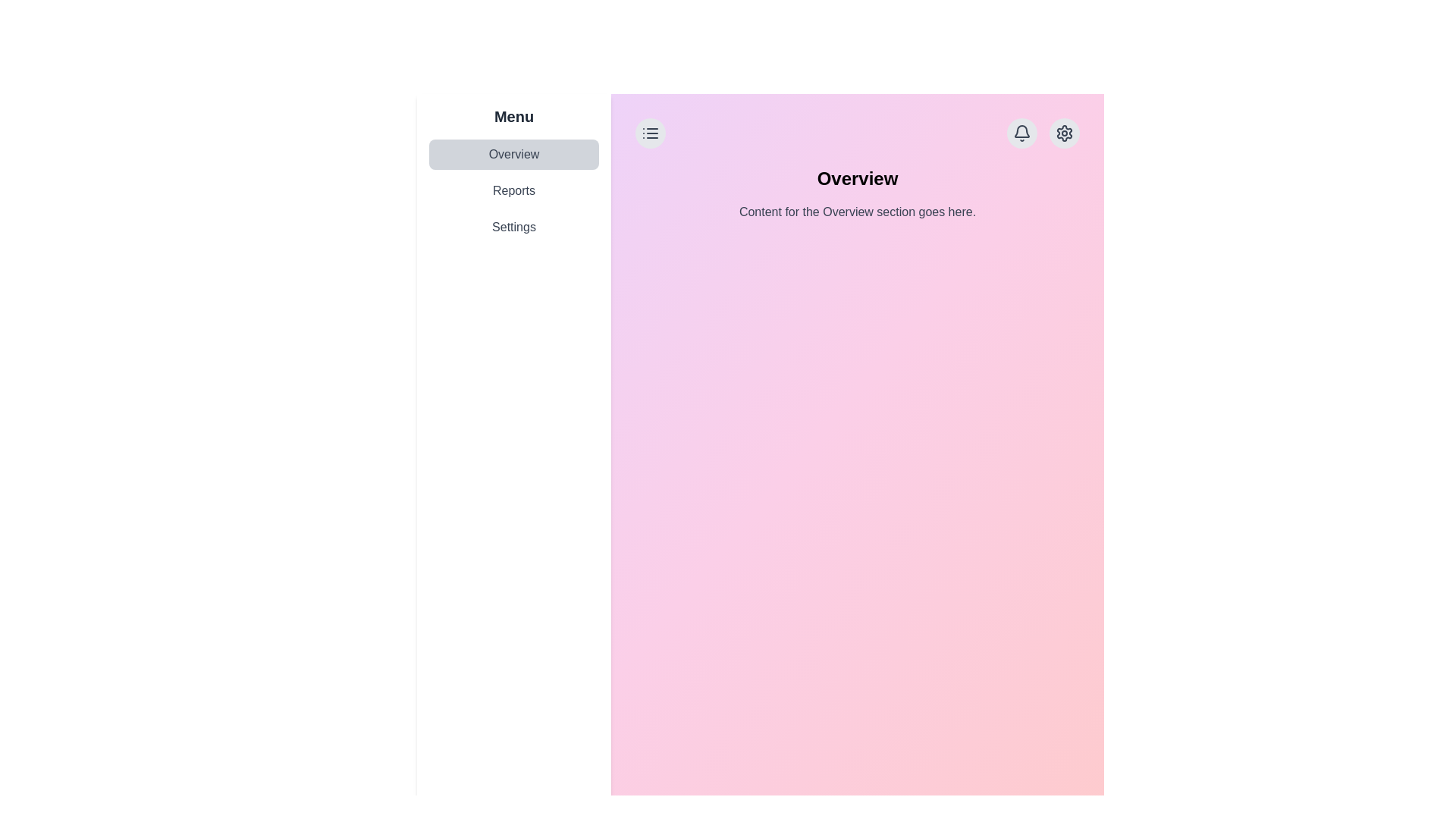 The width and height of the screenshot is (1456, 819). Describe the element at coordinates (513, 190) in the screenshot. I see `the second button in the vertical menu labeled 'Menu' to change its background color` at that location.